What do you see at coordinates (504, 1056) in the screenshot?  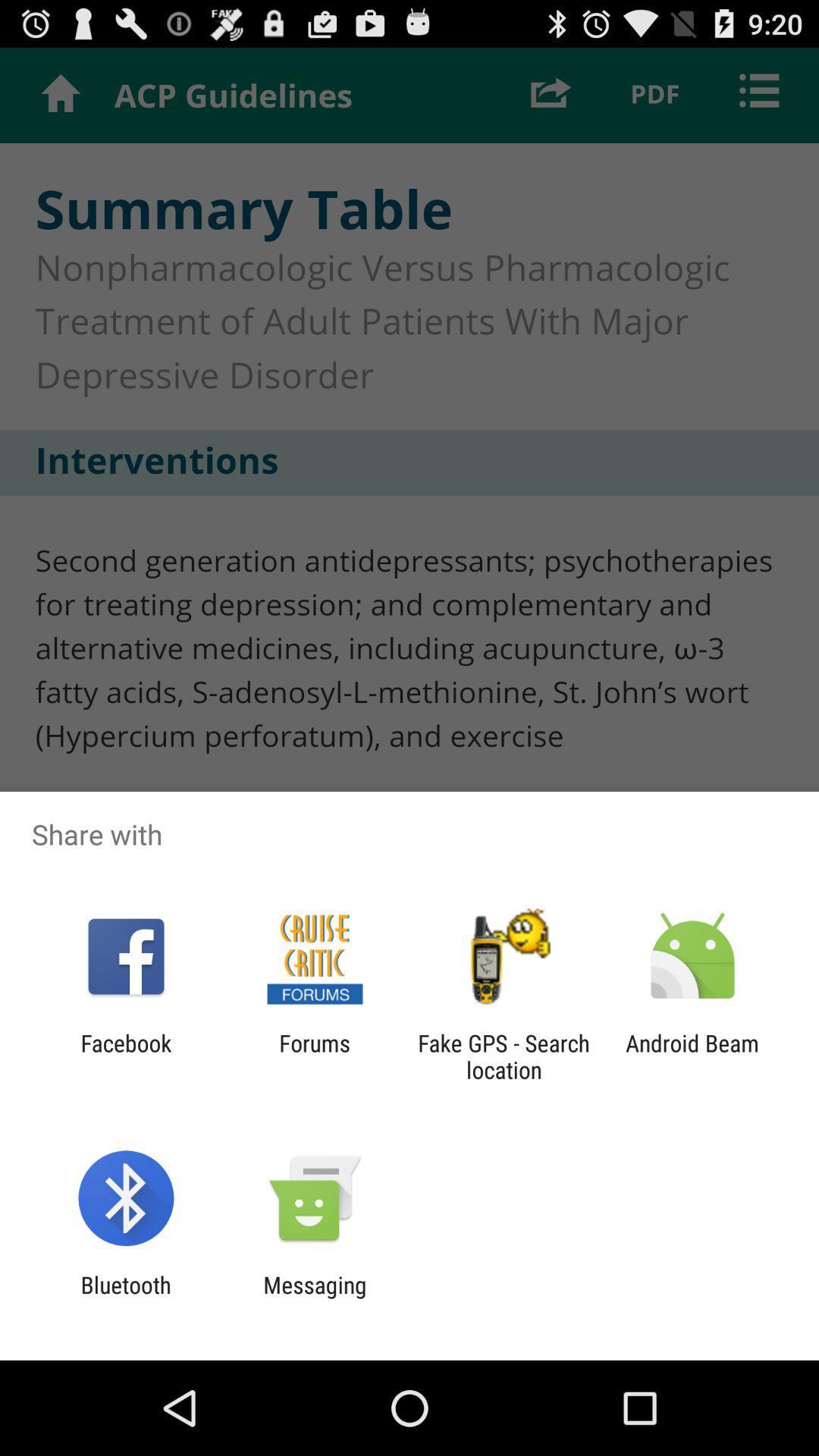 I see `app to the right of the forums item` at bounding box center [504, 1056].